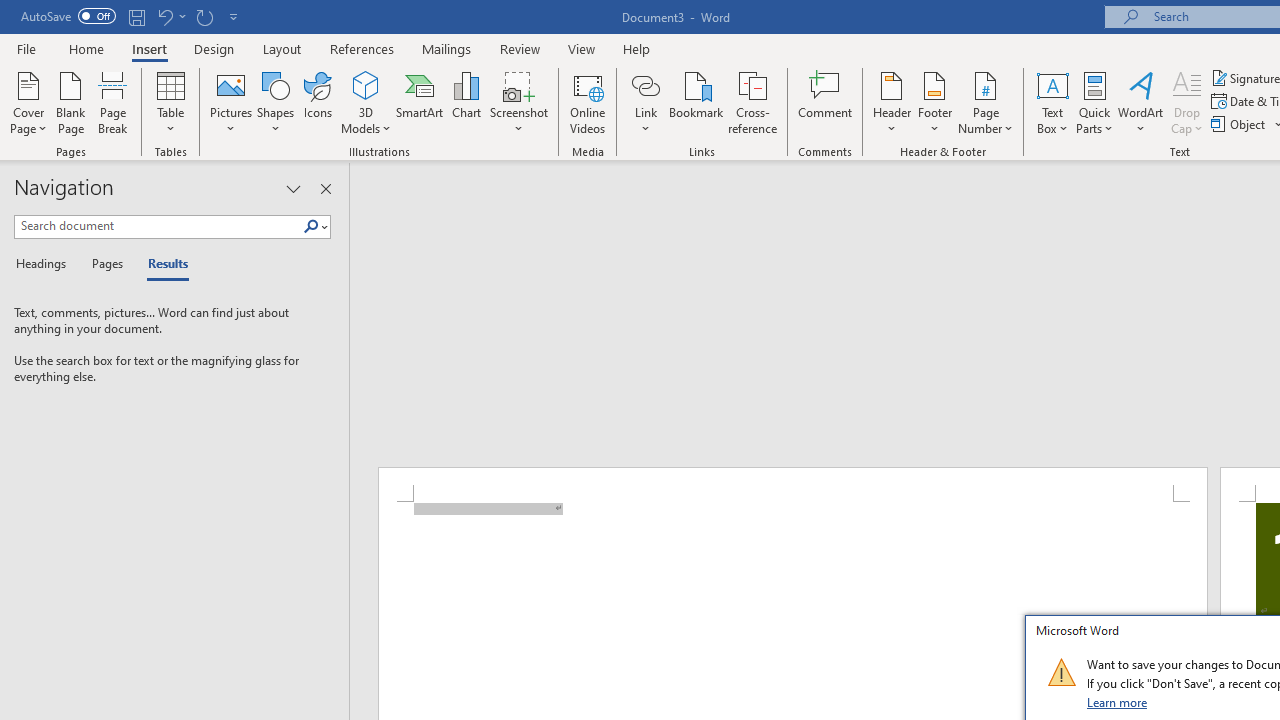 This screenshot has width=1280, height=720. What do you see at coordinates (934, 103) in the screenshot?
I see `'Footer'` at bounding box center [934, 103].